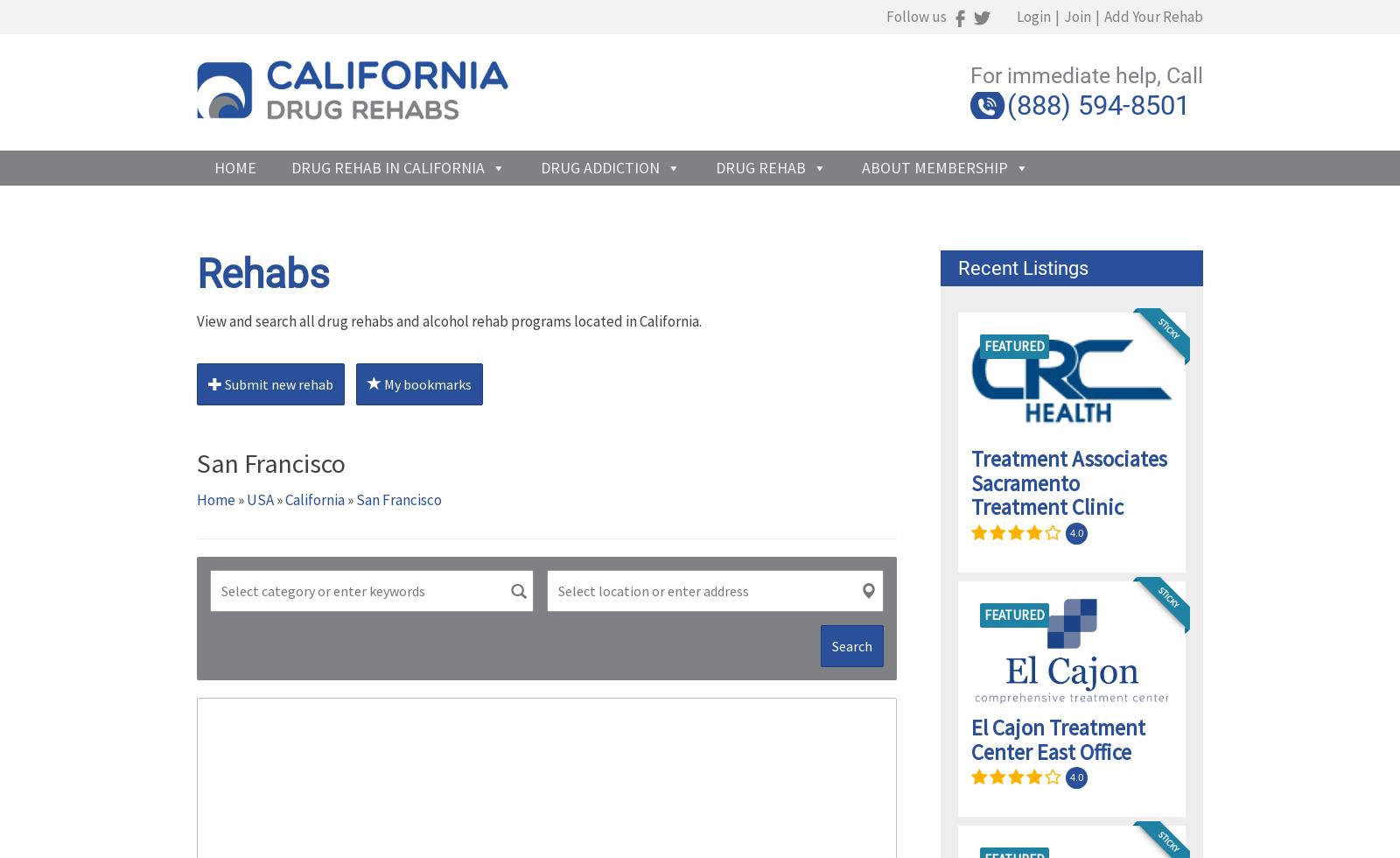 The image size is (1400, 858). Describe the element at coordinates (589, 339) in the screenshot. I see `'Cocaine Rehab'` at that location.